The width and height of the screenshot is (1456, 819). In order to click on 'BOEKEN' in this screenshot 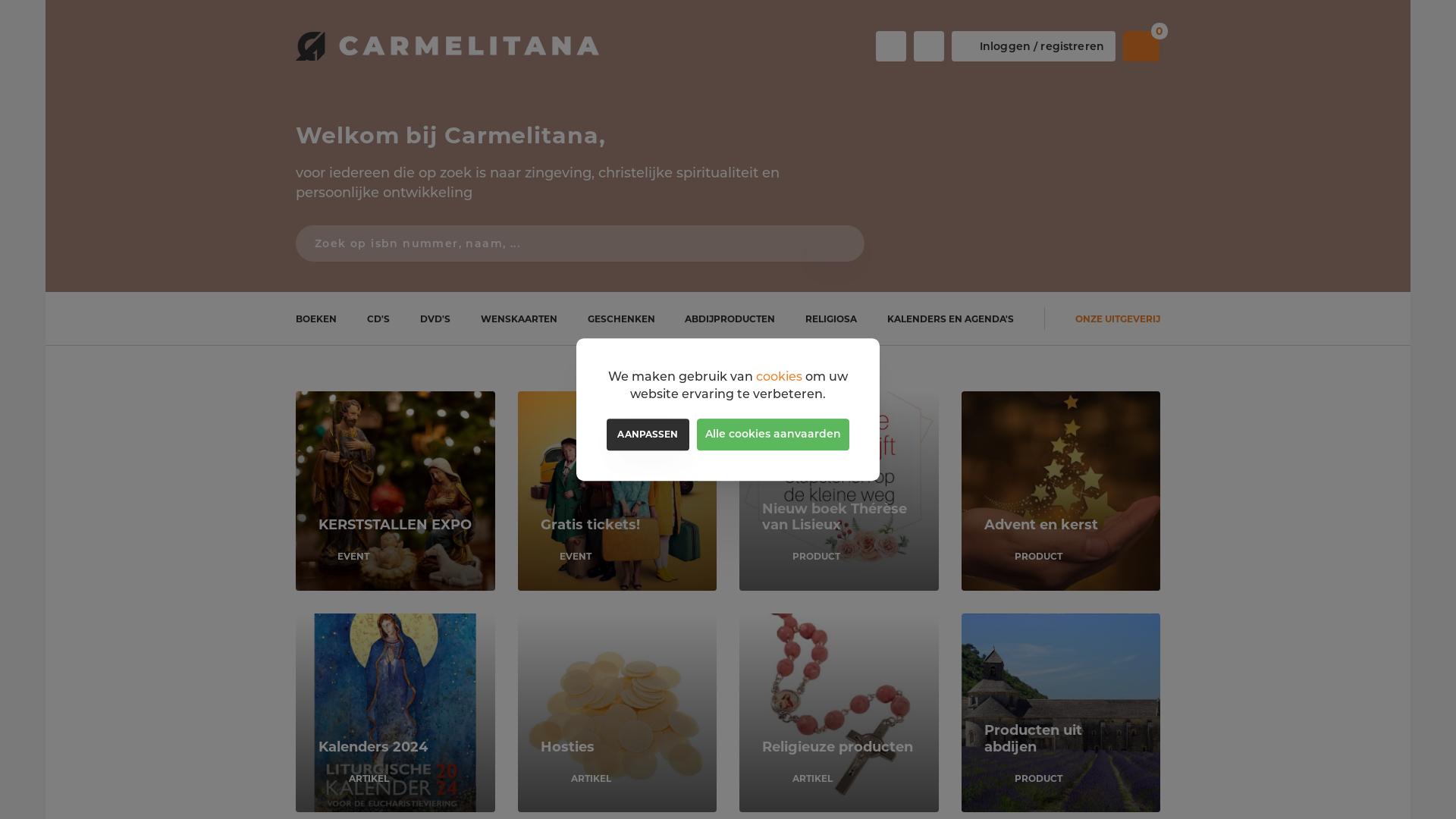, I will do `click(315, 318)`.